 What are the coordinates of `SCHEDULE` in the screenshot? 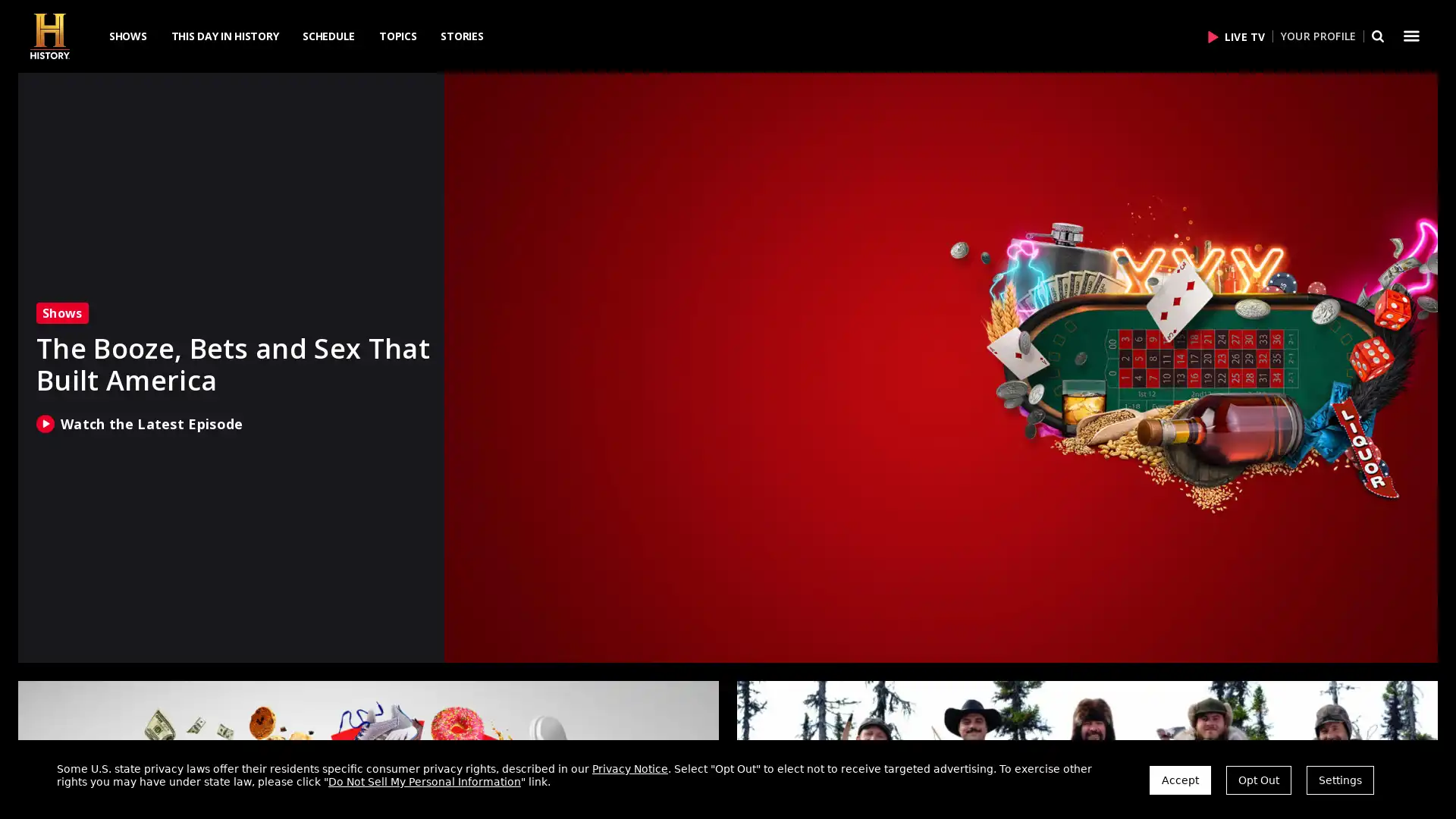 It's located at (328, 35).